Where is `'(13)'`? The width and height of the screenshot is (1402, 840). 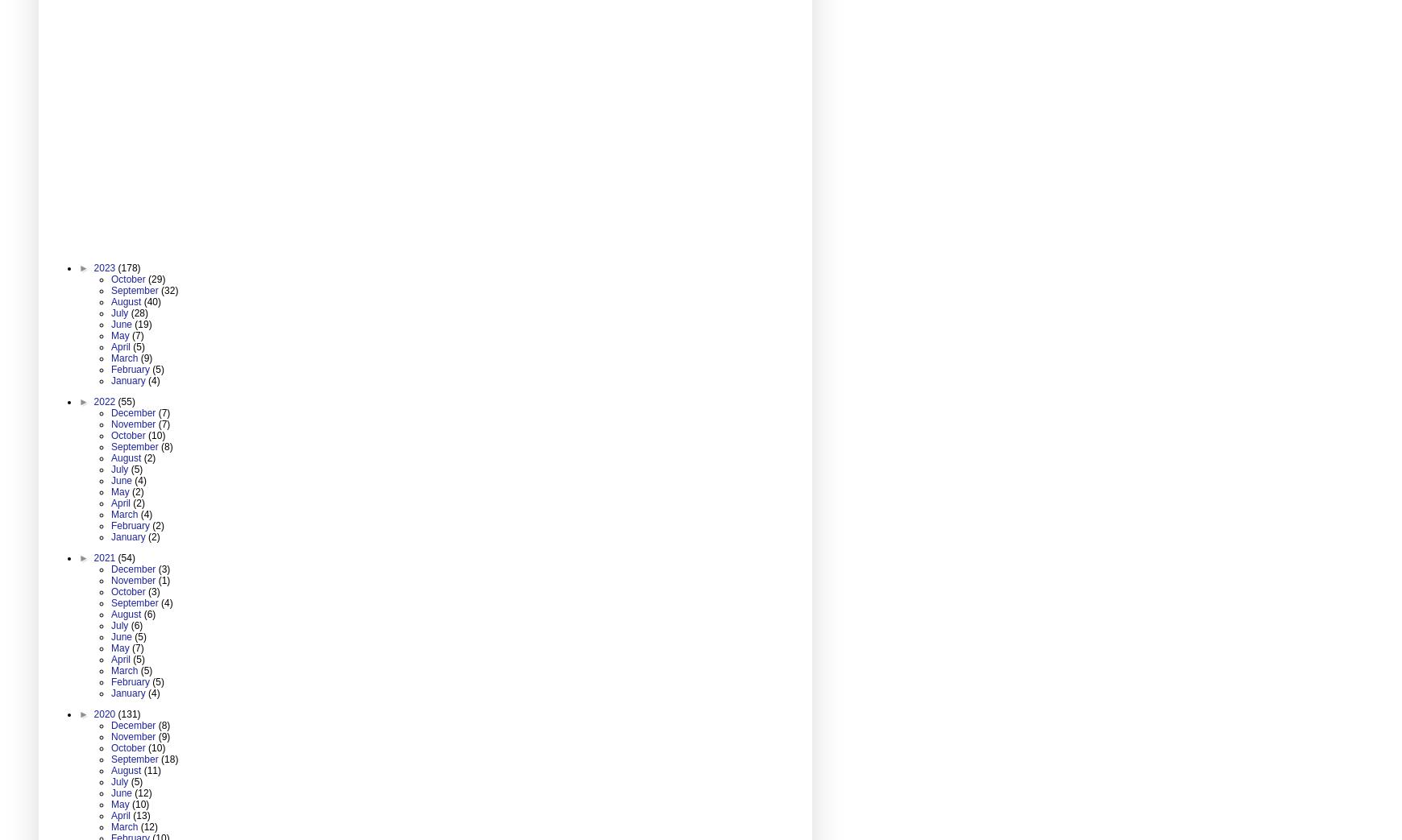 '(13)' is located at coordinates (140, 815).